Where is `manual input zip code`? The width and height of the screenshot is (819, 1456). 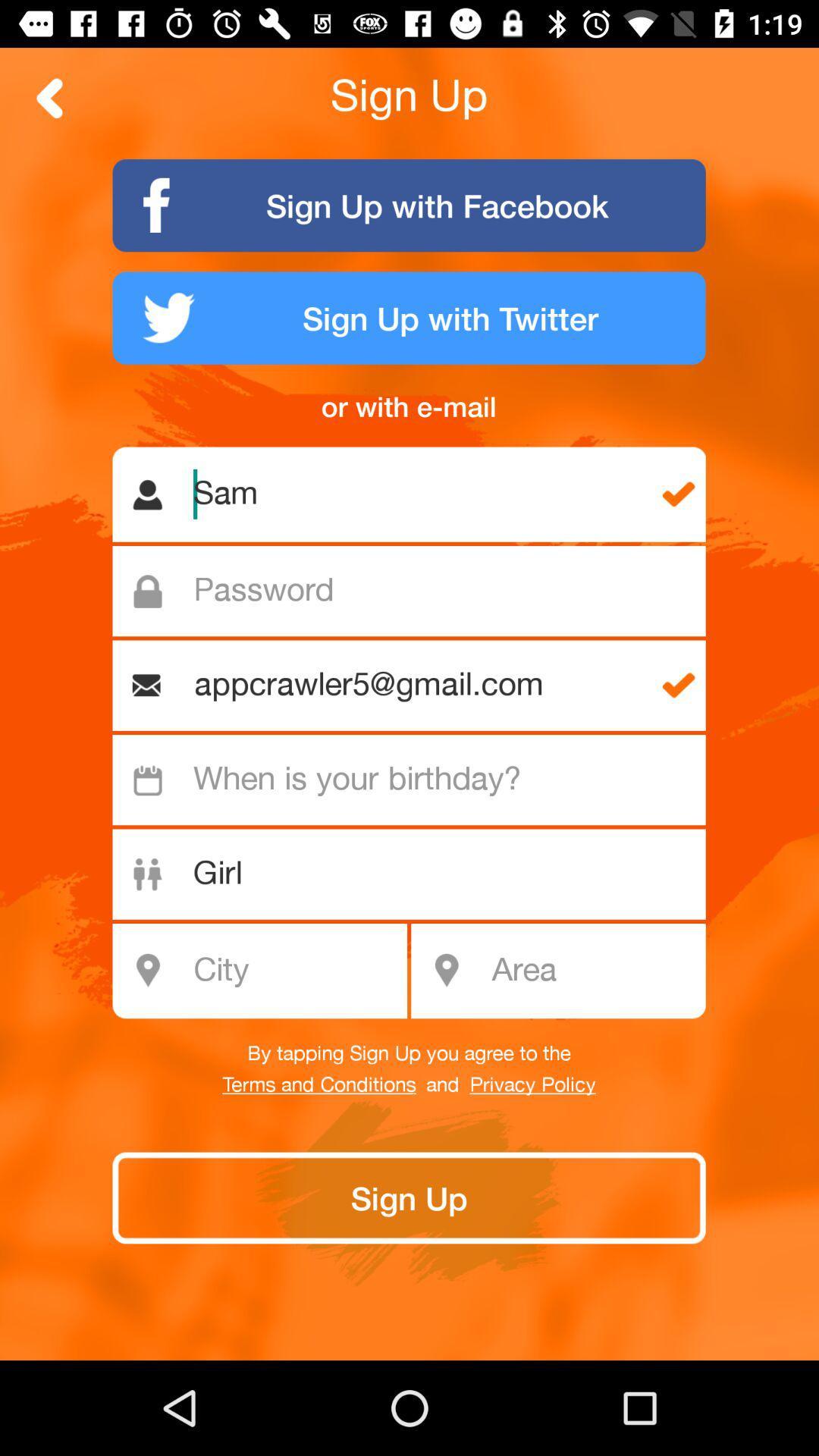 manual input zip code is located at coordinates (593, 971).